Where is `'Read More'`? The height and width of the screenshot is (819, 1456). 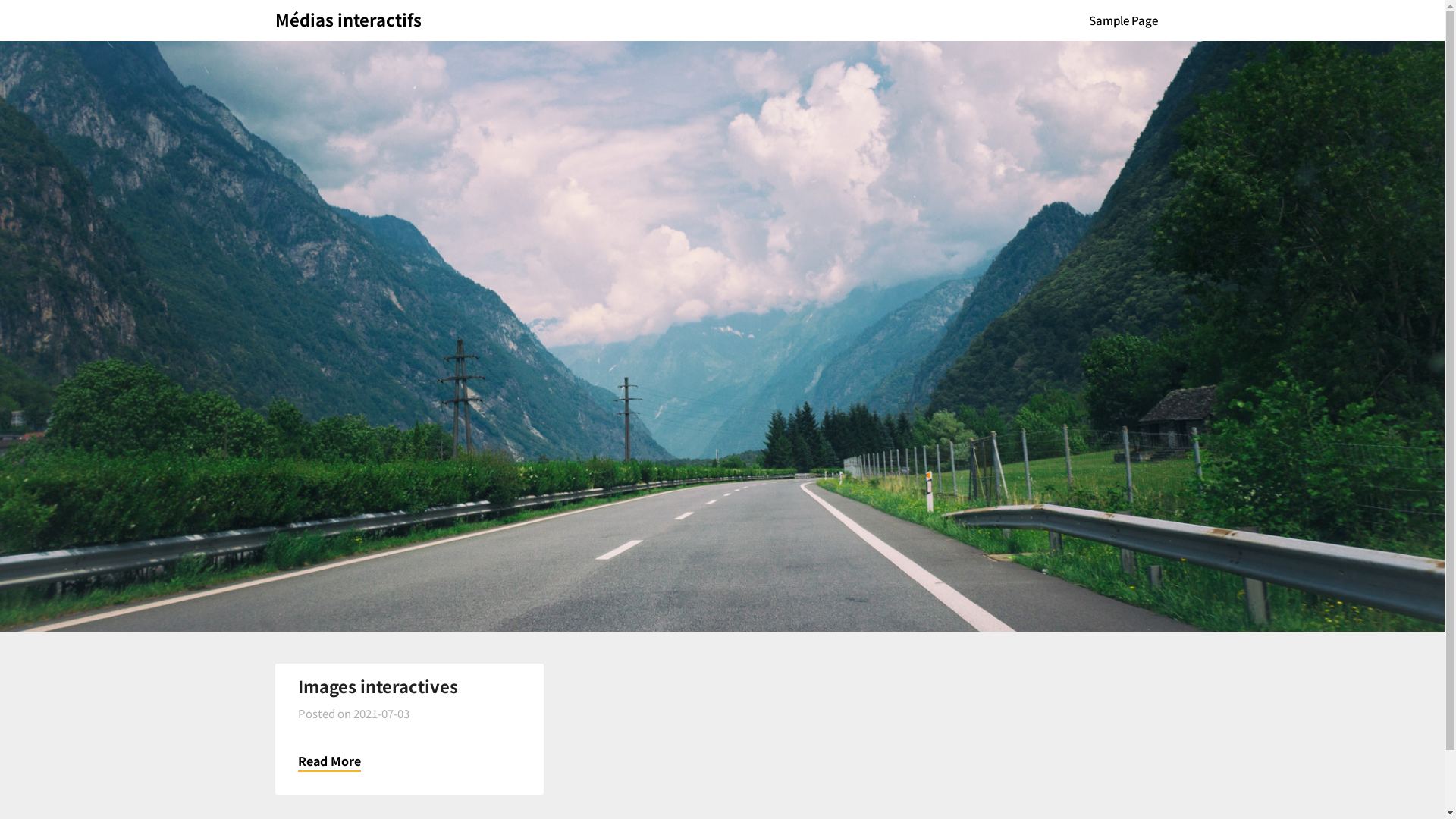 'Read More' is located at coordinates (328, 761).